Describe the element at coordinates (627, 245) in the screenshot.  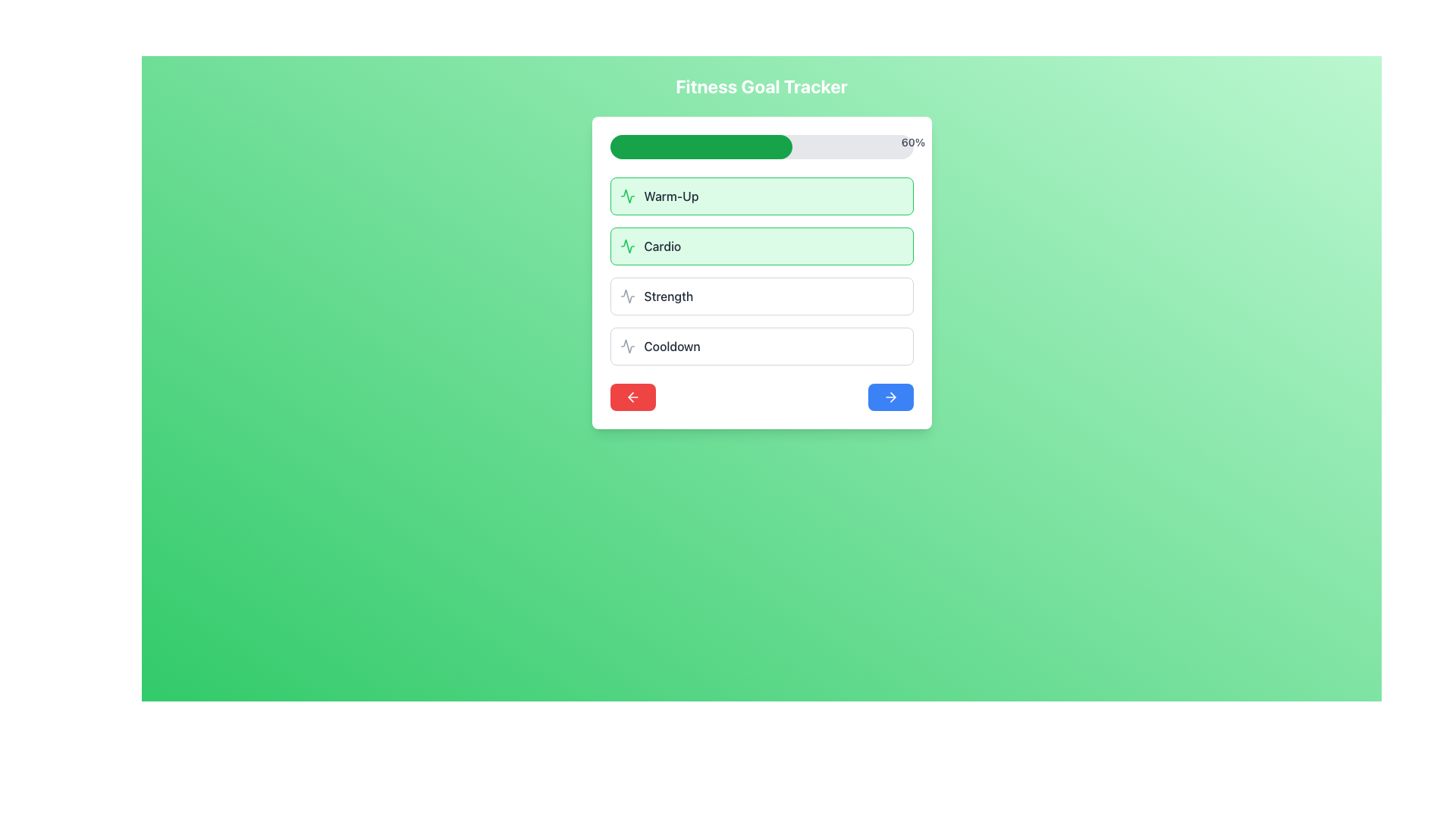
I see `the green heartbeat wave icon located to the left of the 'Cardio' label within the green-bordered box` at that location.